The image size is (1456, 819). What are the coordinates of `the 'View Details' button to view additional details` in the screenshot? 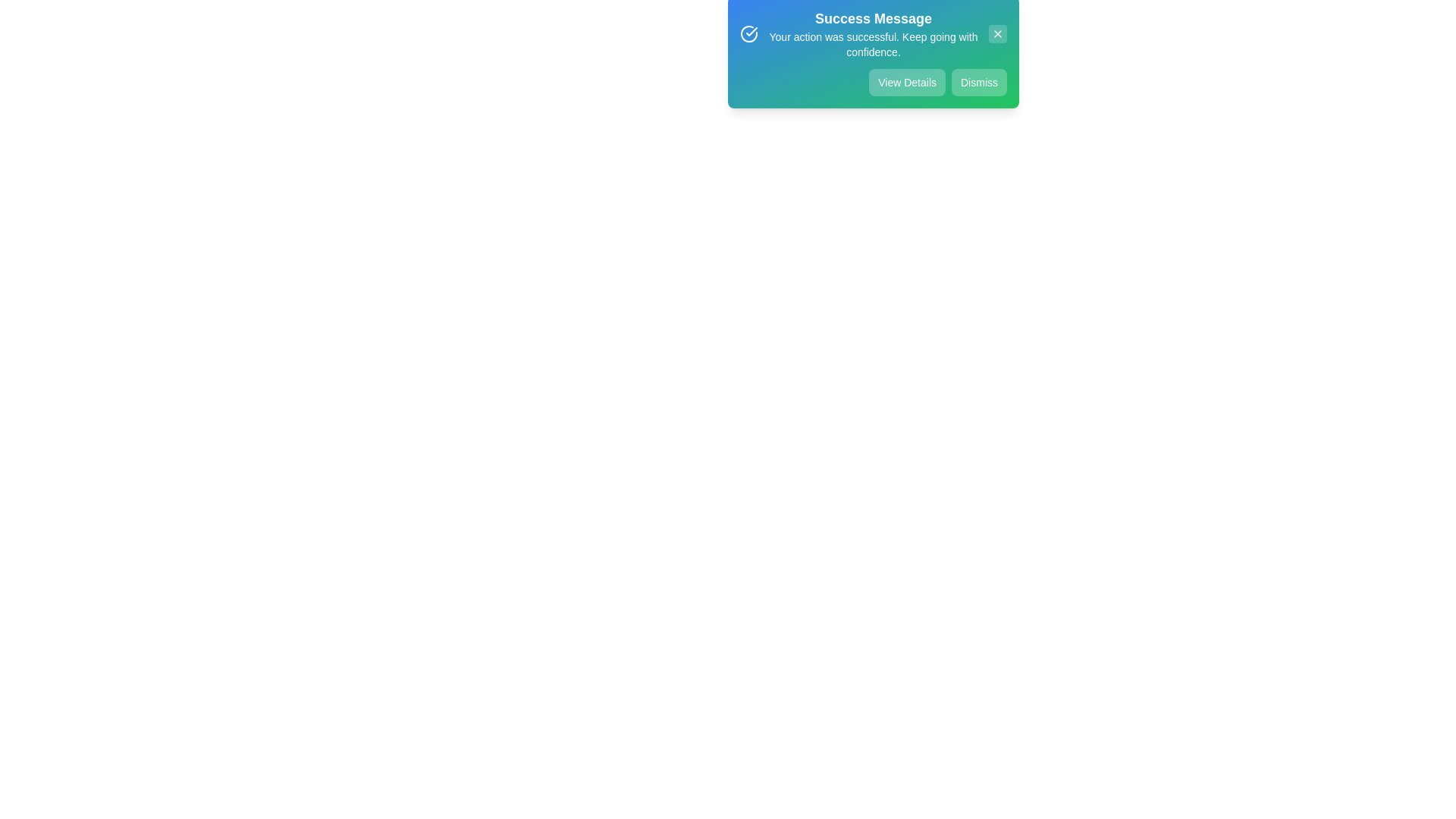 It's located at (906, 91).